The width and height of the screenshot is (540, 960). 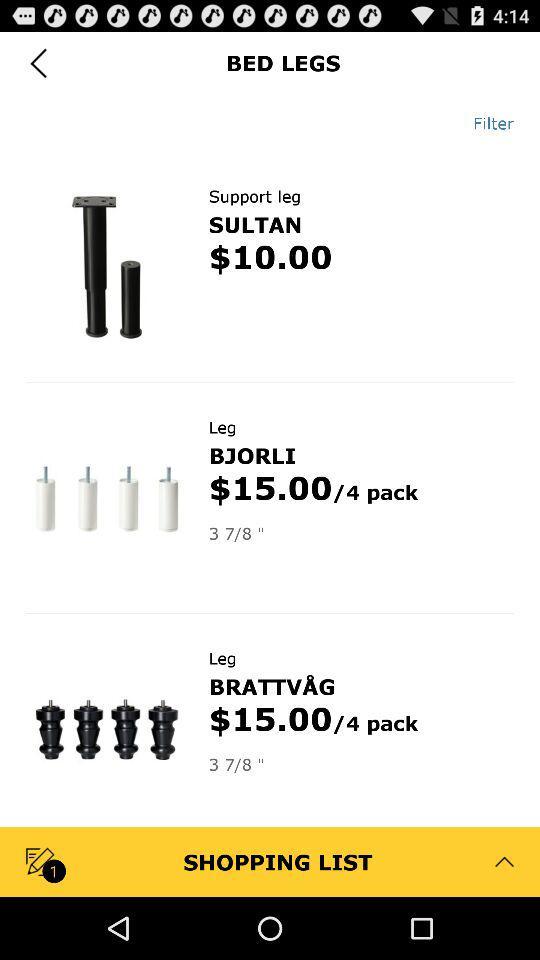 What do you see at coordinates (485, 122) in the screenshot?
I see `the filter` at bounding box center [485, 122].